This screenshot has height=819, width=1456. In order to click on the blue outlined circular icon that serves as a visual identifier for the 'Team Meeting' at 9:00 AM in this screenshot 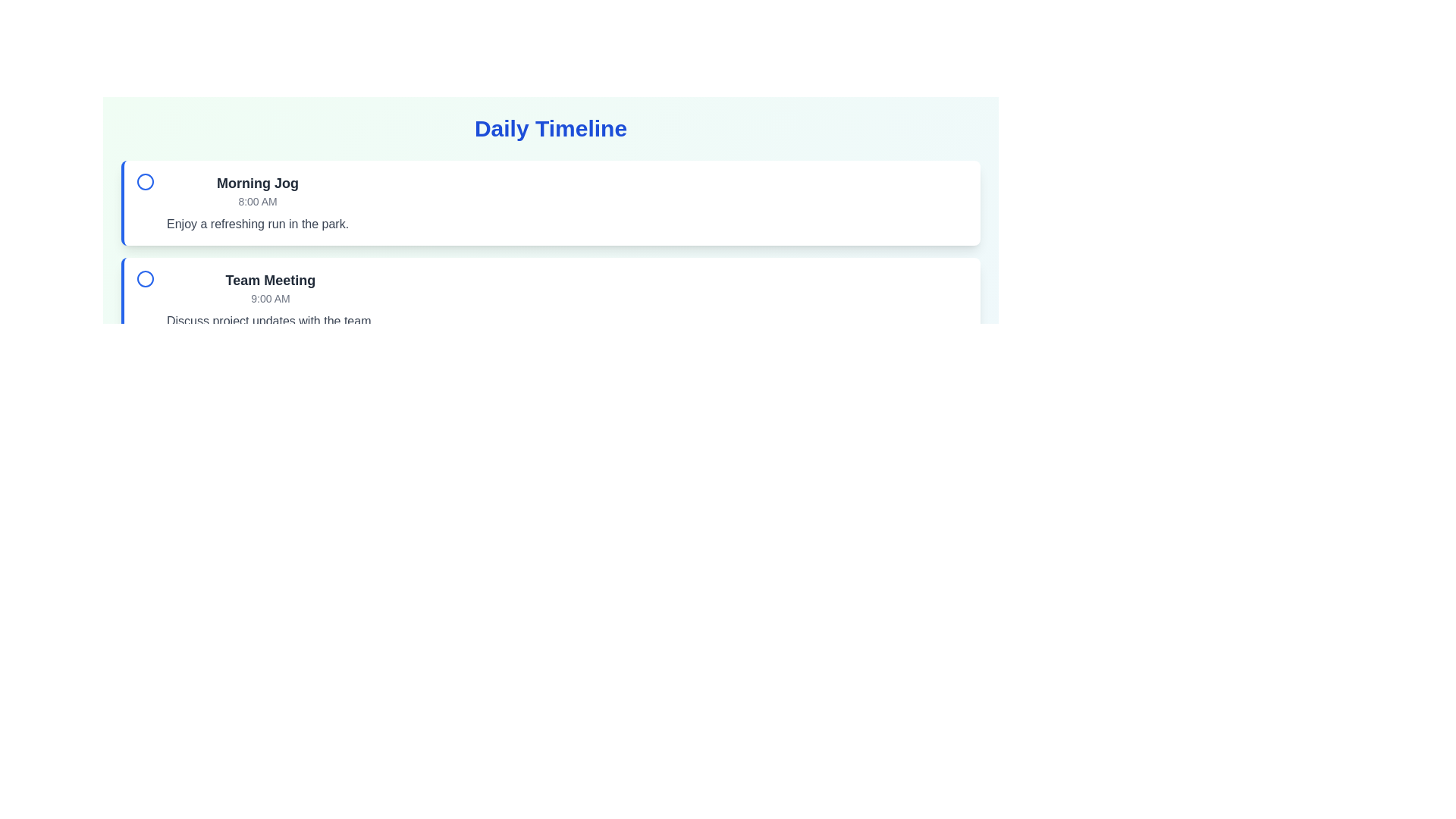, I will do `click(146, 278)`.